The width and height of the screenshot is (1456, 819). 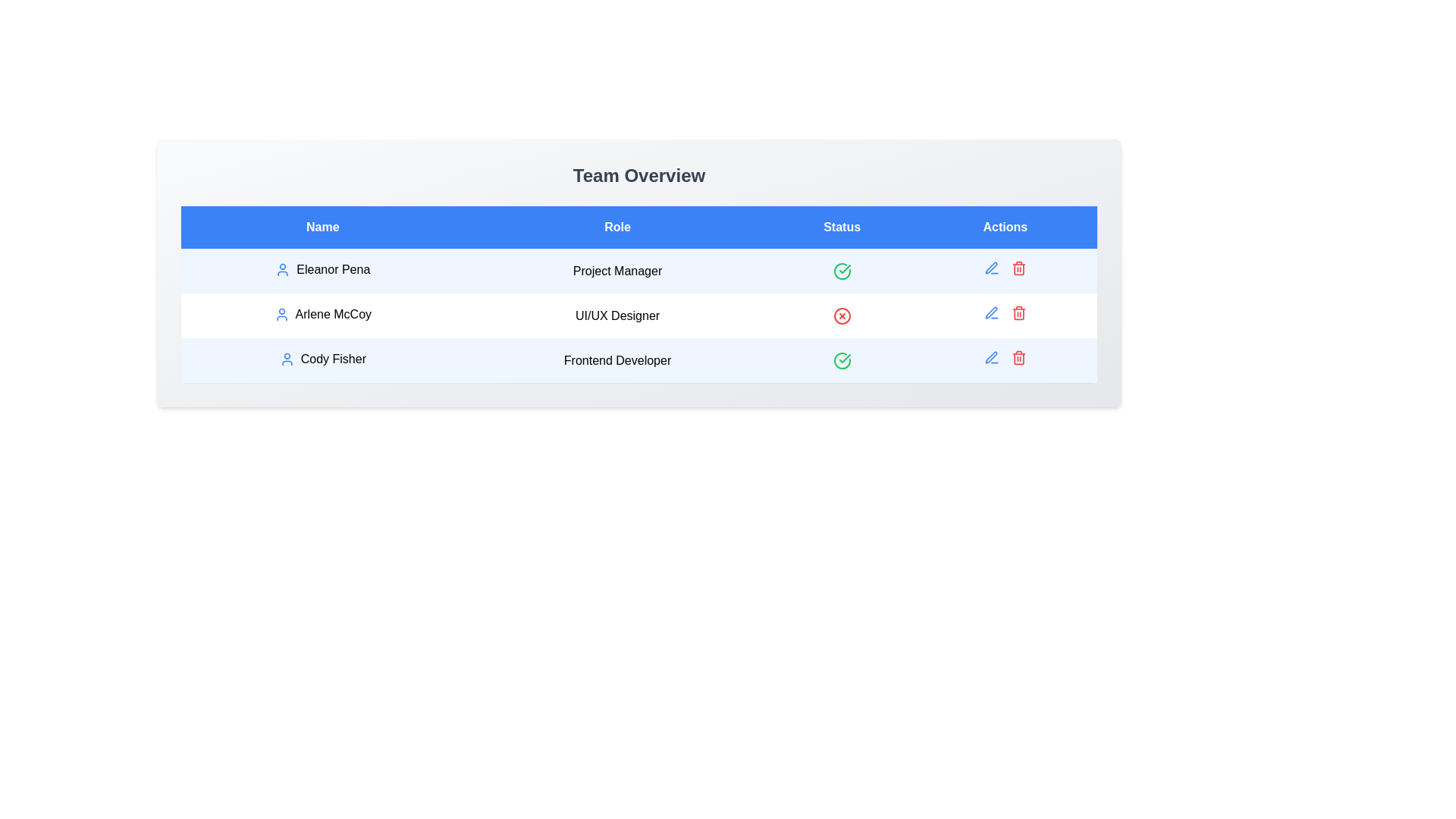 What do you see at coordinates (322, 268) in the screenshot?
I see `the static text display with an icon representing the first entry in the 'Name' column of the table` at bounding box center [322, 268].